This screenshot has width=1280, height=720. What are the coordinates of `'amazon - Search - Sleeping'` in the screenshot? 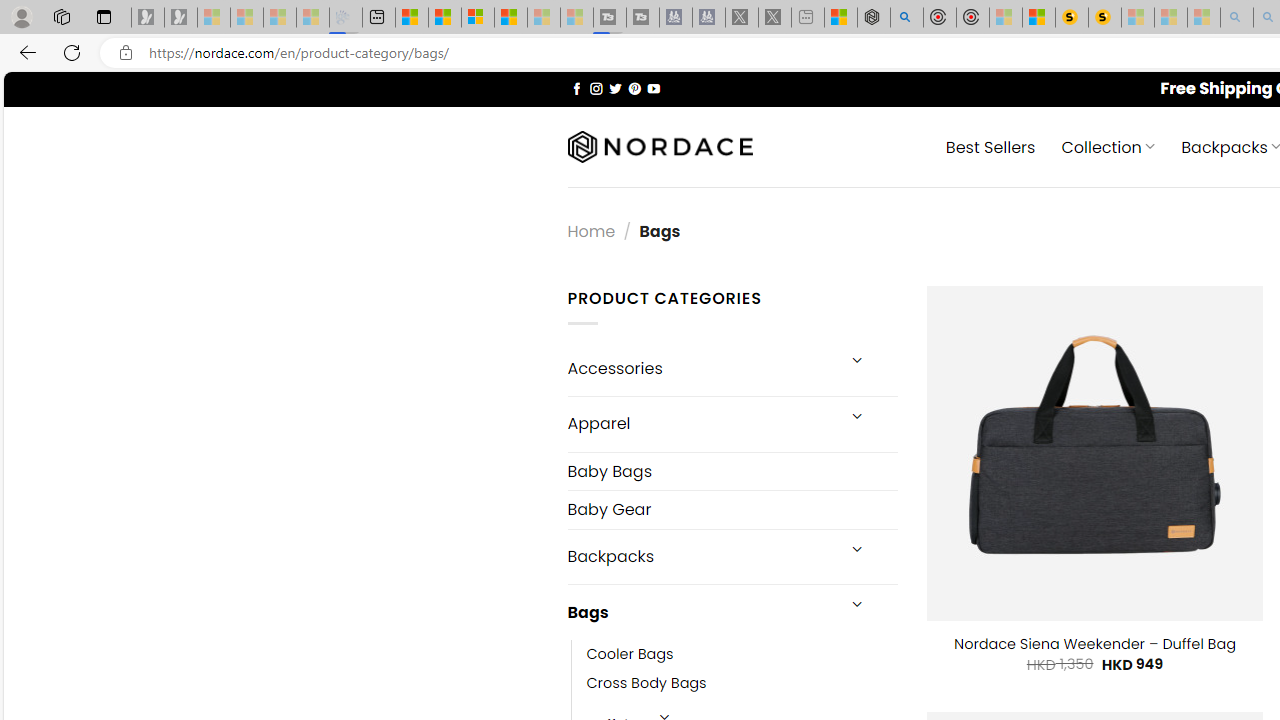 It's located at (1236, 17).